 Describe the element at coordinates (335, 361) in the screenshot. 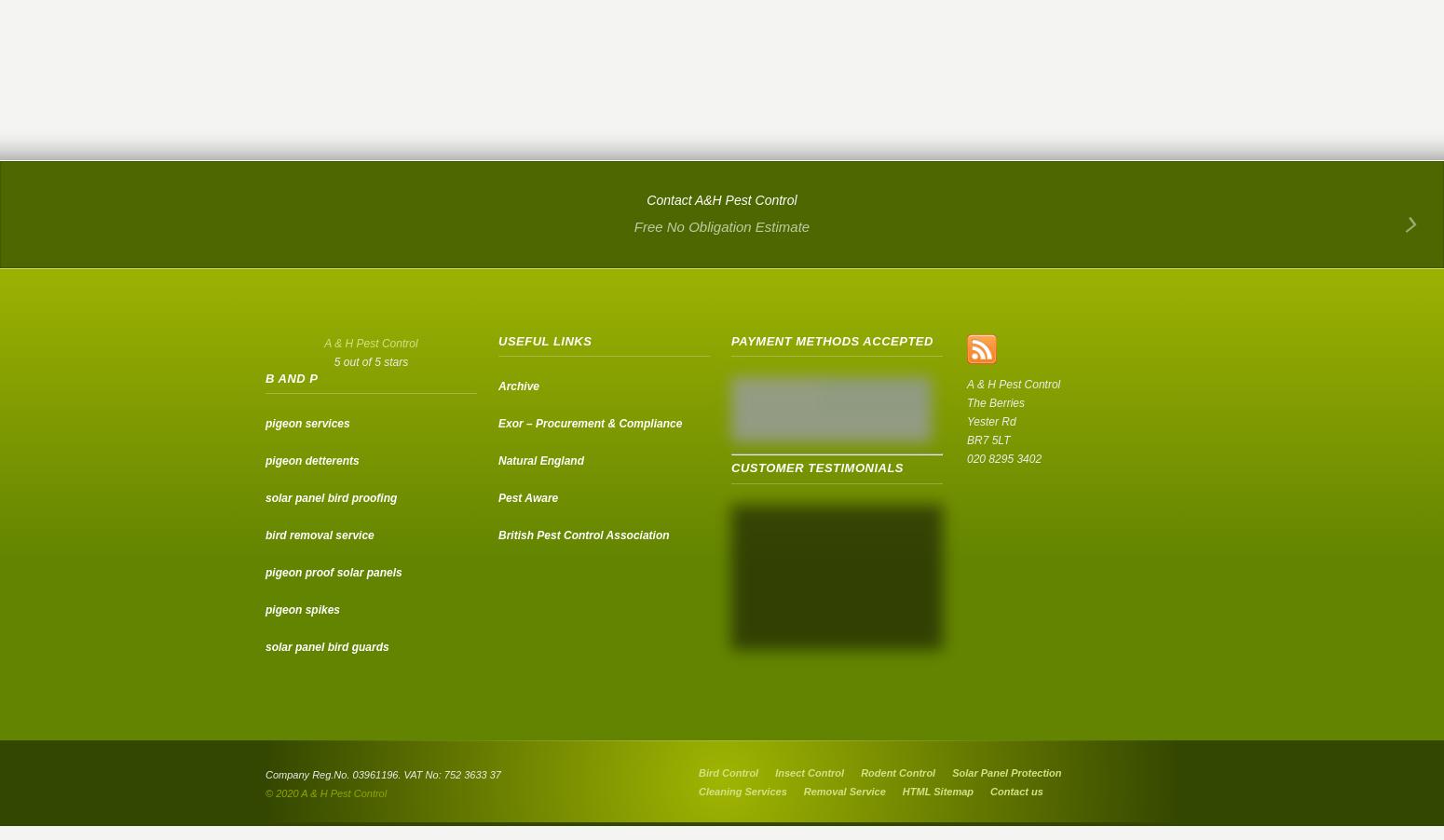

I see `'5'` at that location.